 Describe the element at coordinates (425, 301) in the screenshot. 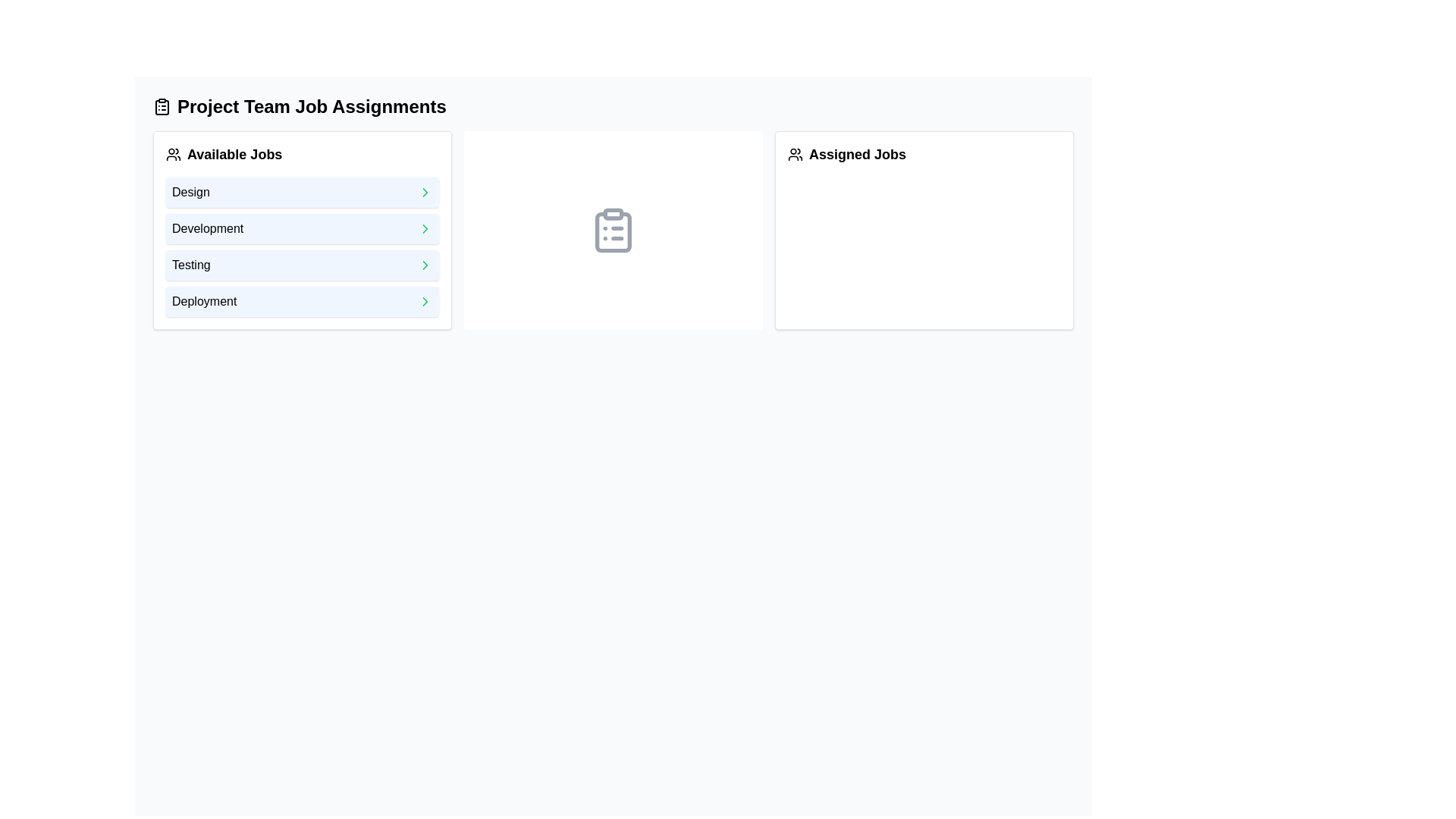

I see `the small right-pointing arrow icon located in the 'Available Jobs' section, to the right of the 'Deployment' text, which is the fourth icon in a vertical list` at that location.